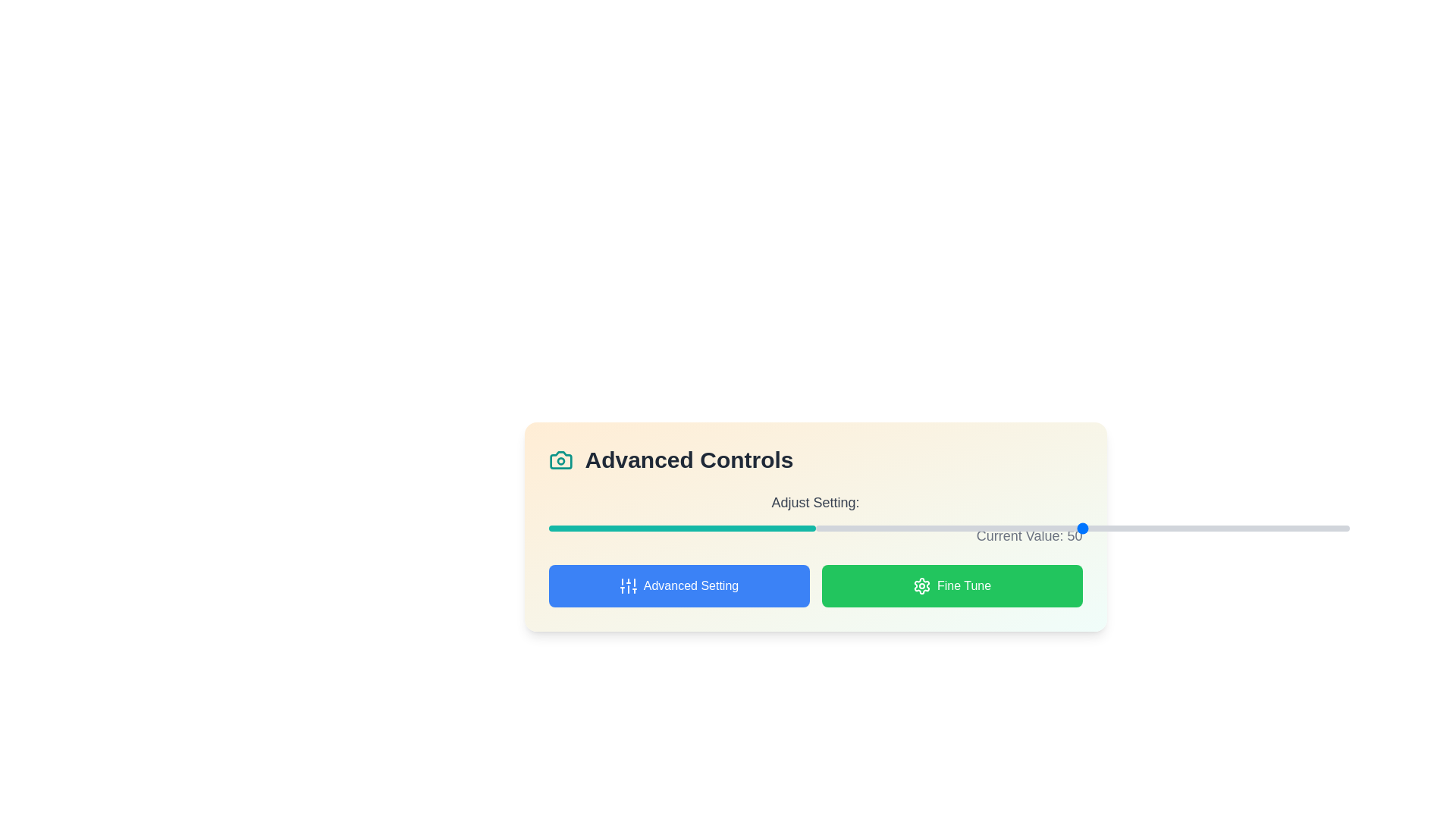  I want to click on the slider, so click(697, 525).